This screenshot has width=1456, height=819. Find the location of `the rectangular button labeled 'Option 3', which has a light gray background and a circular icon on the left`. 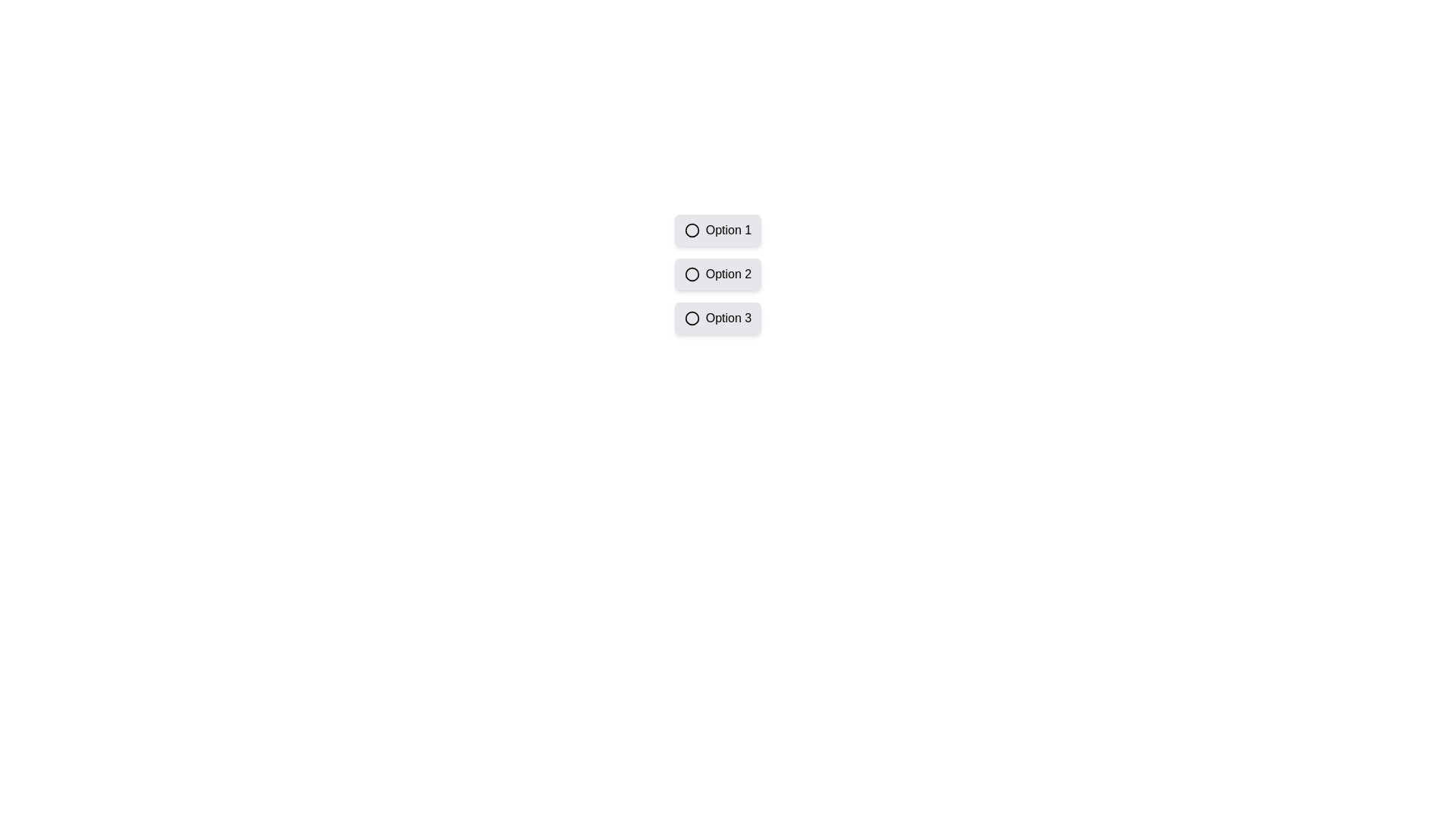

the rectangular button labeled 'Option 3', which has a light gray background and a circular icon on the left is located at coordinates (717, 318).